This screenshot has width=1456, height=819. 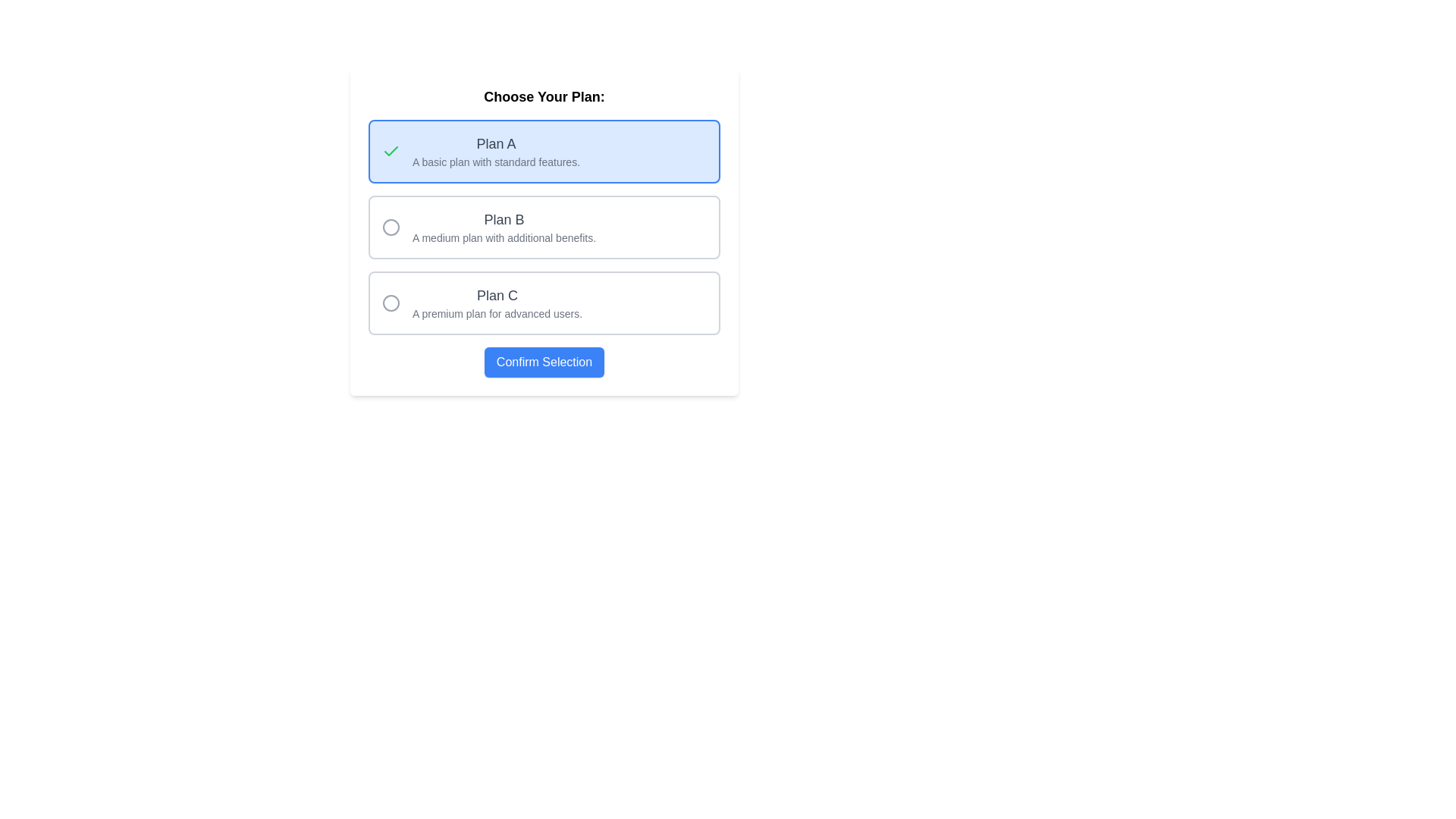 What do you see at coordinates (391, 303) in the screenshot?
I see `the radio button icon for 'Plan C', which is located in the left side of the third option row in a vertical list of selectable options, situated below 'Plan B' and above the confirm button` at bounding box center [391, 303].